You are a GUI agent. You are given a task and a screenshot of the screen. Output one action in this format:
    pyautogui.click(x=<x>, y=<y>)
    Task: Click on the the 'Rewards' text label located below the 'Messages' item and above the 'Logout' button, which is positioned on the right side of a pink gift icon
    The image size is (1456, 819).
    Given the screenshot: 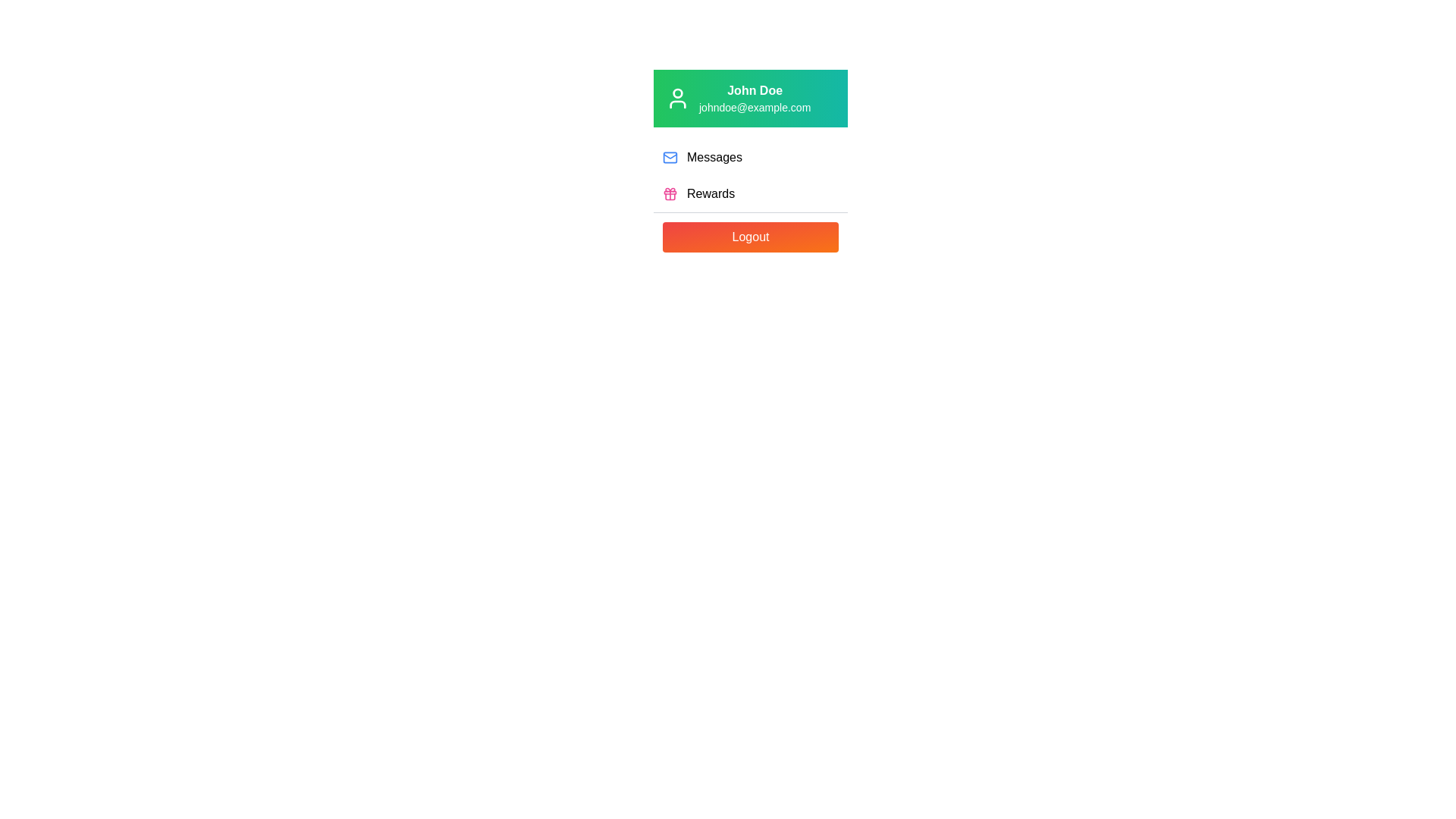 What is the action you would take?
    pyautogui.click(x=710, y=193)
    